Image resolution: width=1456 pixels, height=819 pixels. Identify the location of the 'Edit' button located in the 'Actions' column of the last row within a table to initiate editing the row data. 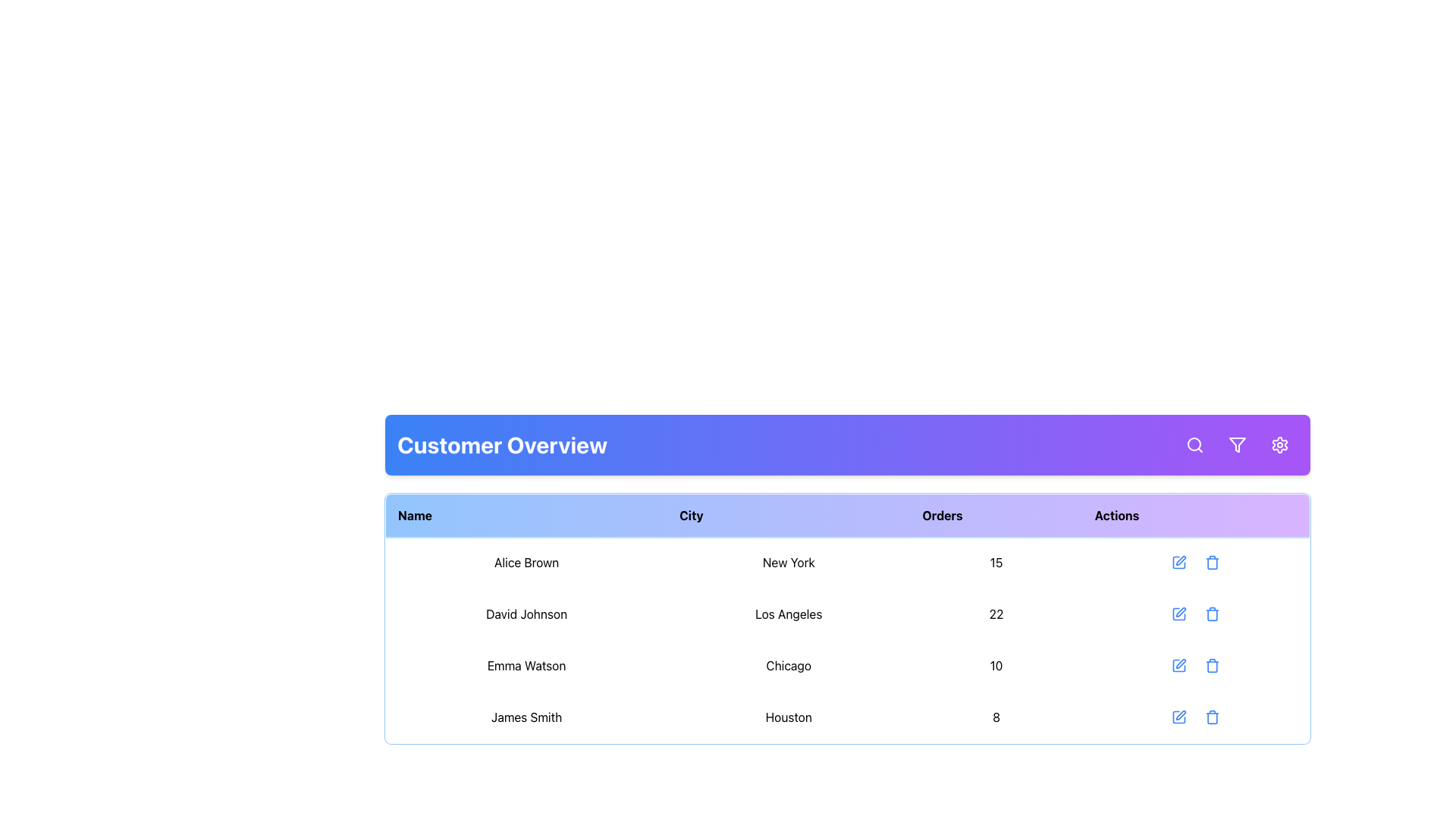
(1178, 717).